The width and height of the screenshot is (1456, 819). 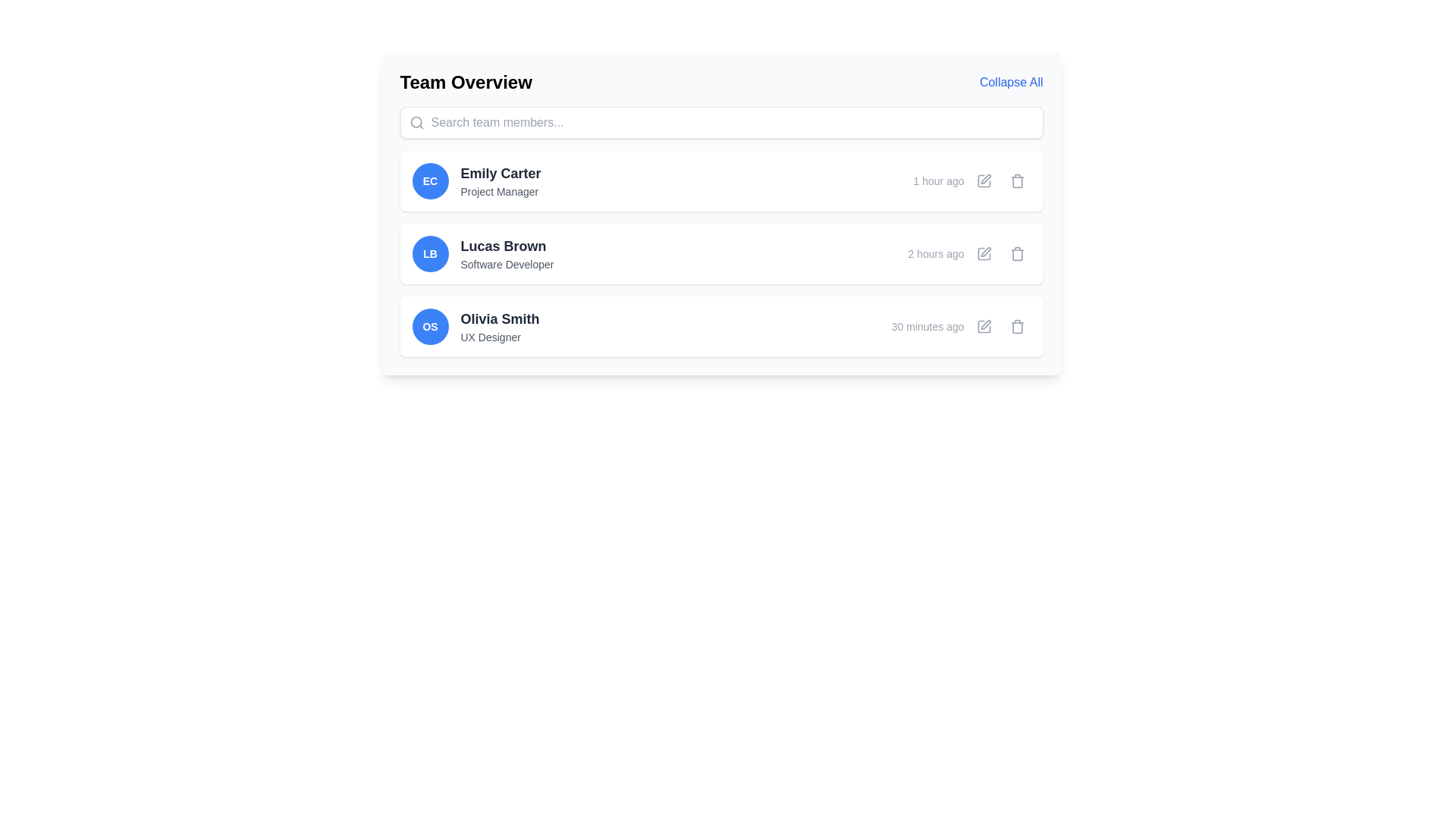 What do you see at coordinates (968, 253) in the screenshot?
I see `the text label displaying '2 hours ago' in light gray, located in the second card under 'Lucas Brown', to the right of the name and role` at bounding box center [968, 253].